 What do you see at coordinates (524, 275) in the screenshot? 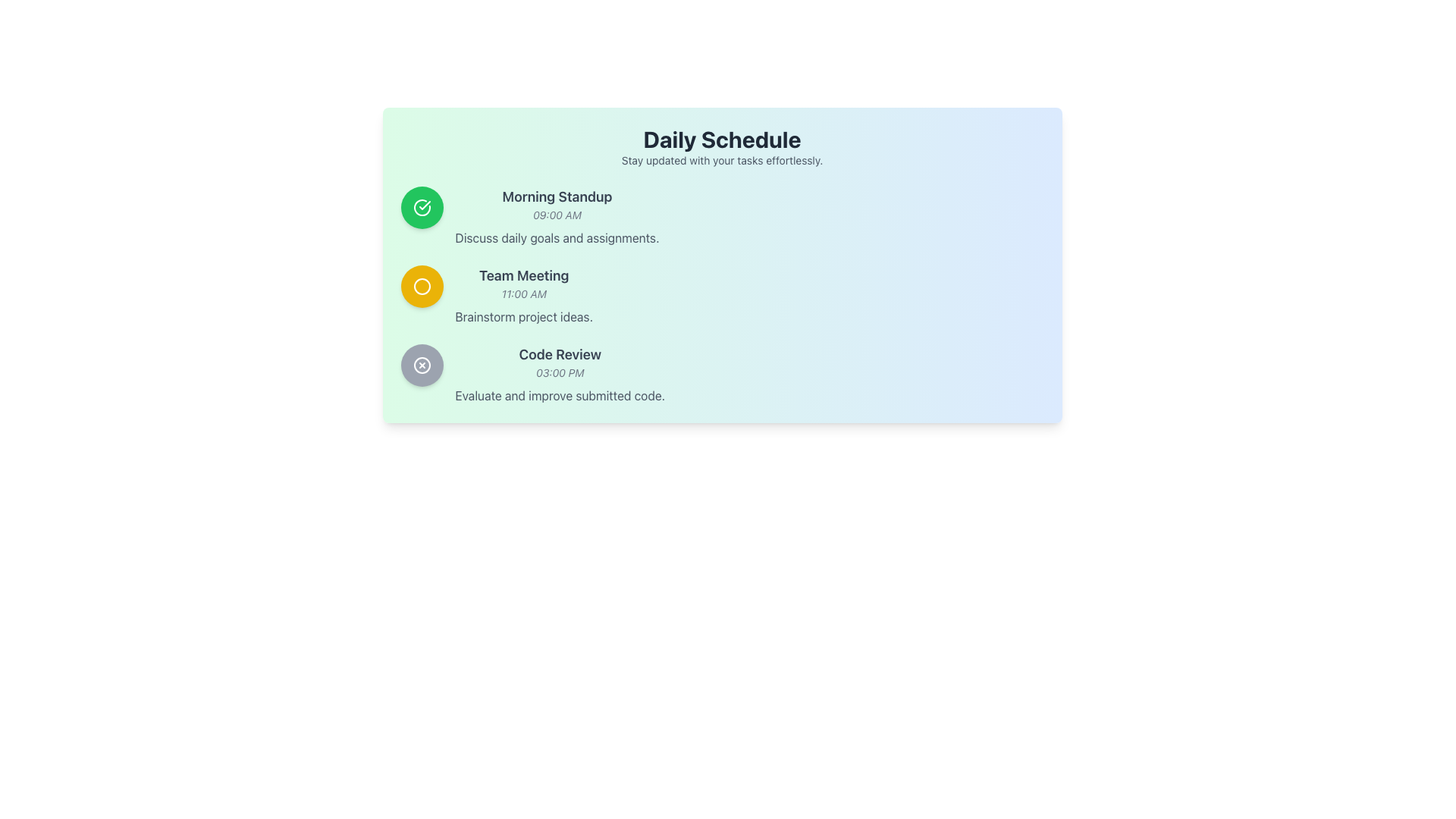
I see `the text label displaying the title of the meeting or event in the schedule interface, which is positioned above '11:00 AM' and 'Brainstorm project ideas.'` at bounding box center [524, 275].